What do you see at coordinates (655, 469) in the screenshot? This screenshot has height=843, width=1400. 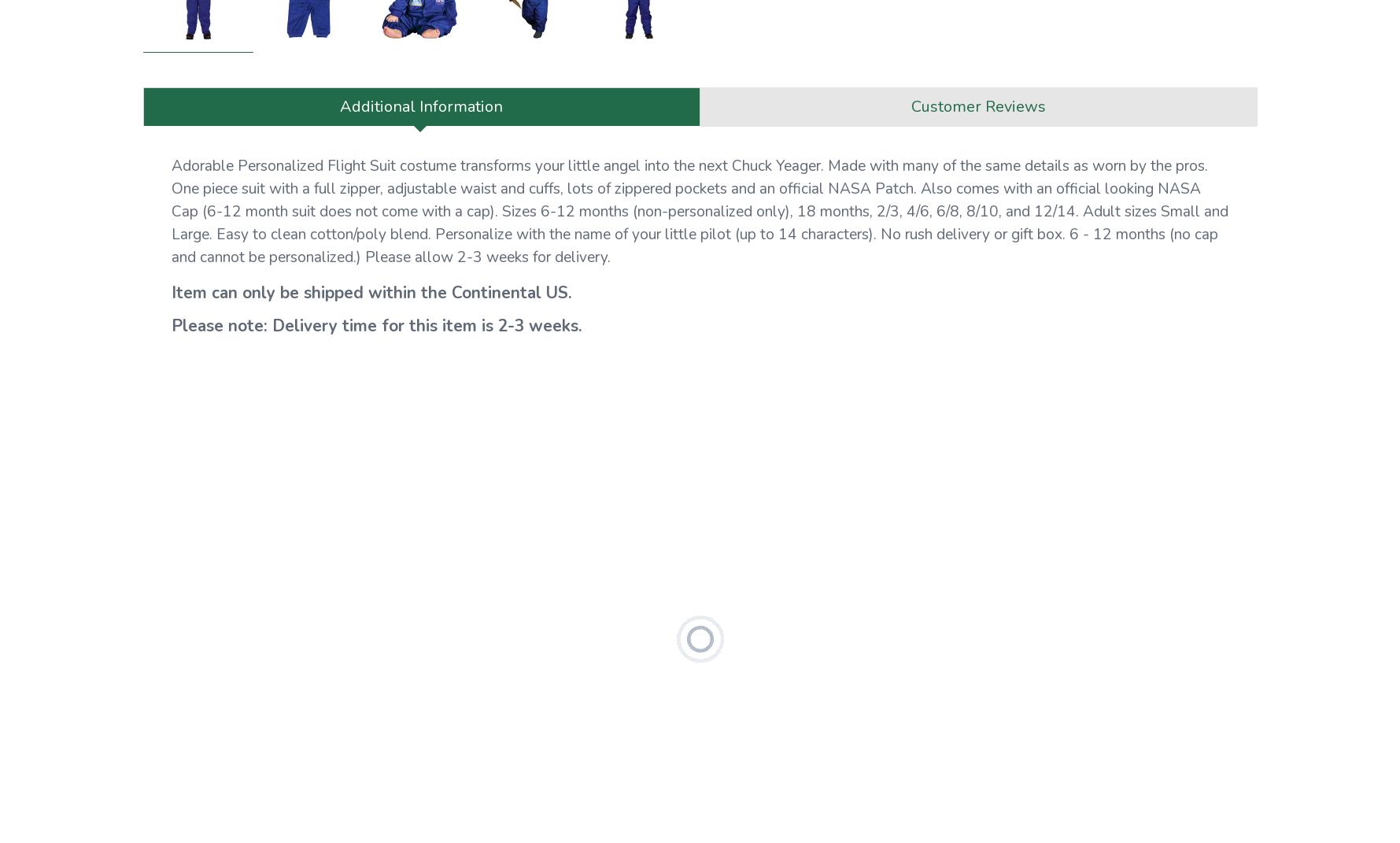 I see `'5581 Hudson Industrial Parkway  |  Hudson OH 44236-0099  |  Order toll free'` at bounding box center [655, 469].